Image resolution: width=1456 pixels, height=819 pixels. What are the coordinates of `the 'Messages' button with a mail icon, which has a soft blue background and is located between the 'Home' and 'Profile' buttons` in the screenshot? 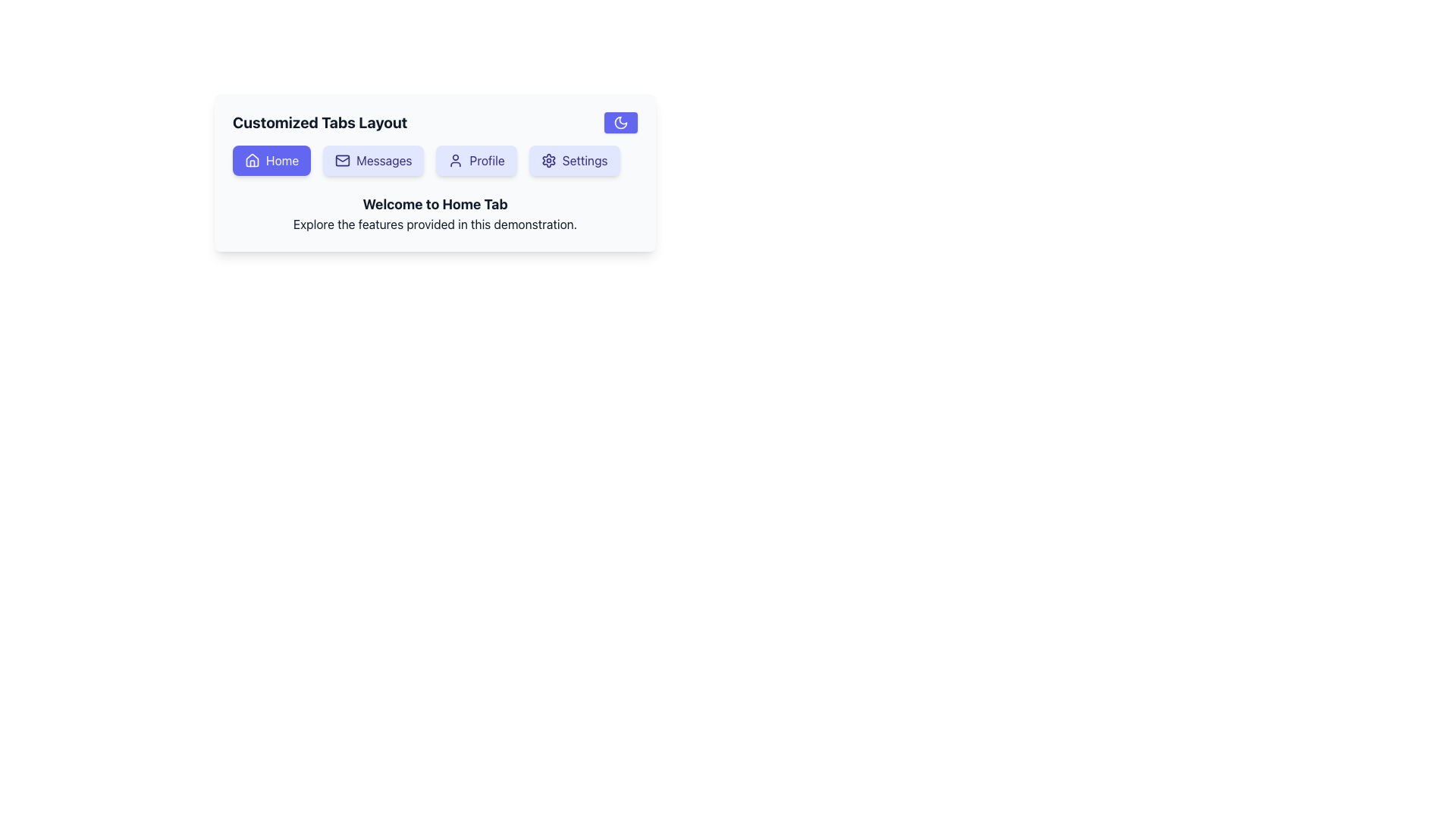 It's located at (373, 161).